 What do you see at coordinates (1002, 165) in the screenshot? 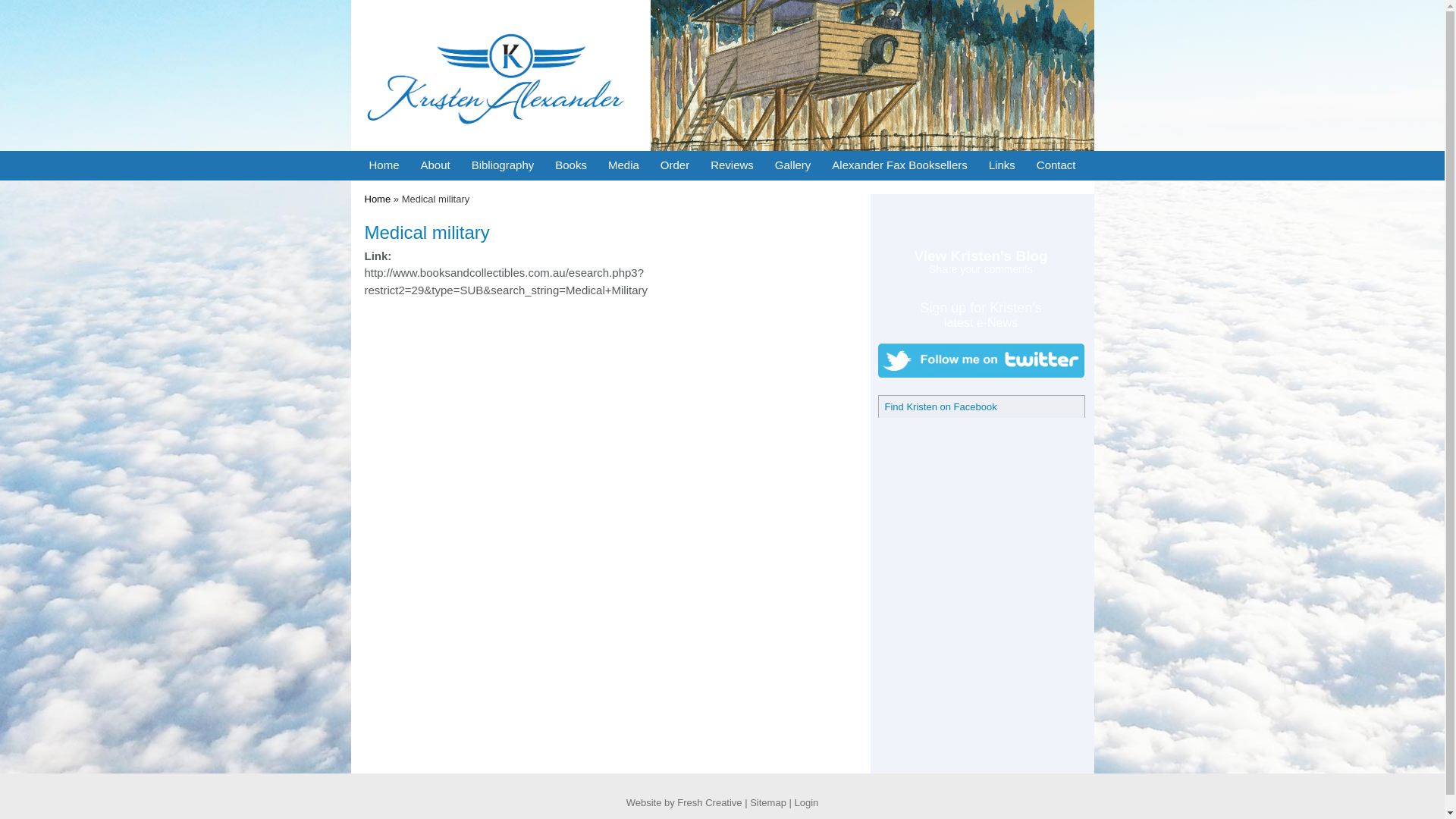
I see `'Links'` at bounding box center [1002, 165].